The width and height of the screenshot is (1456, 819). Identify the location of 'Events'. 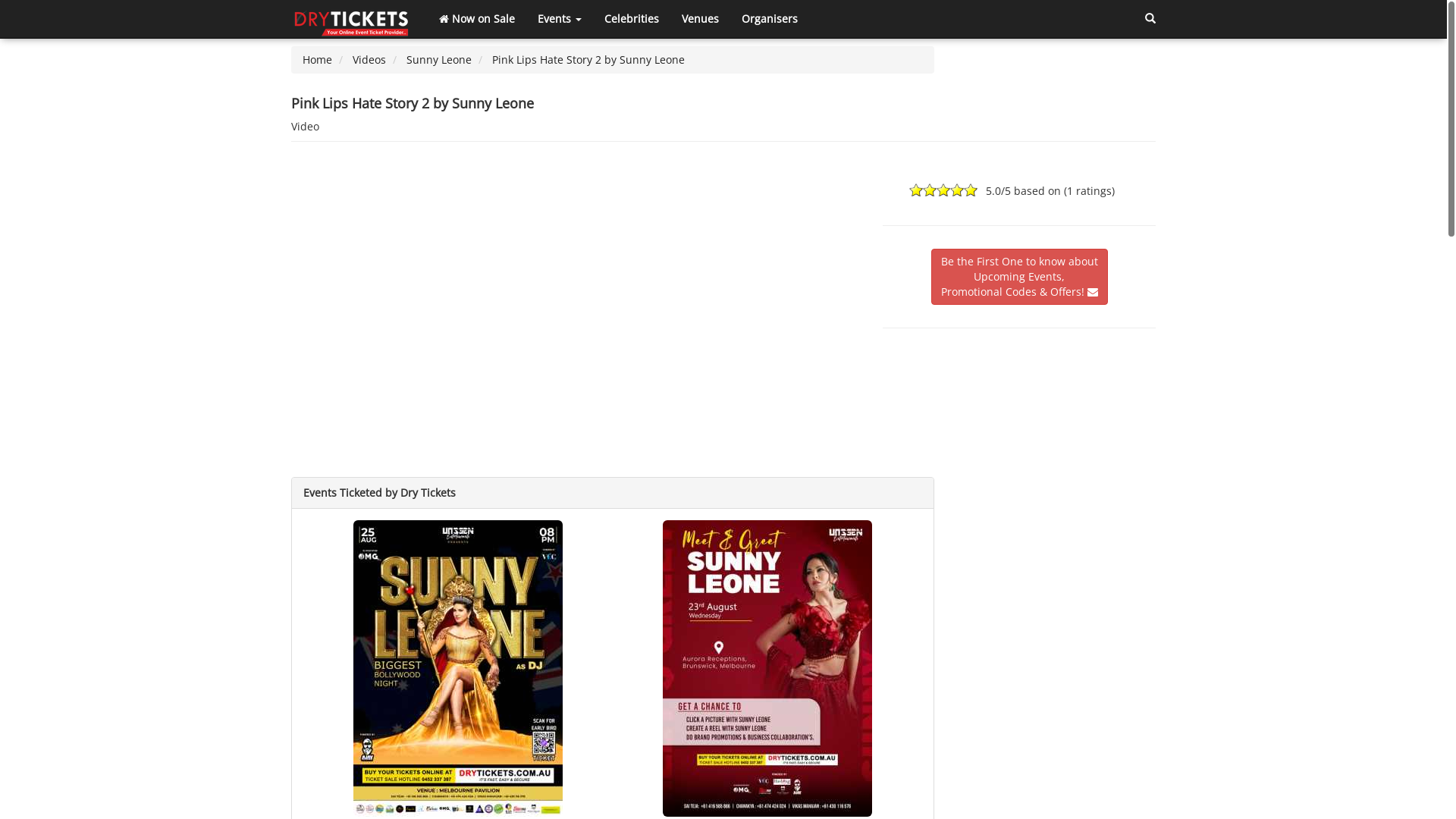
(559, 18).